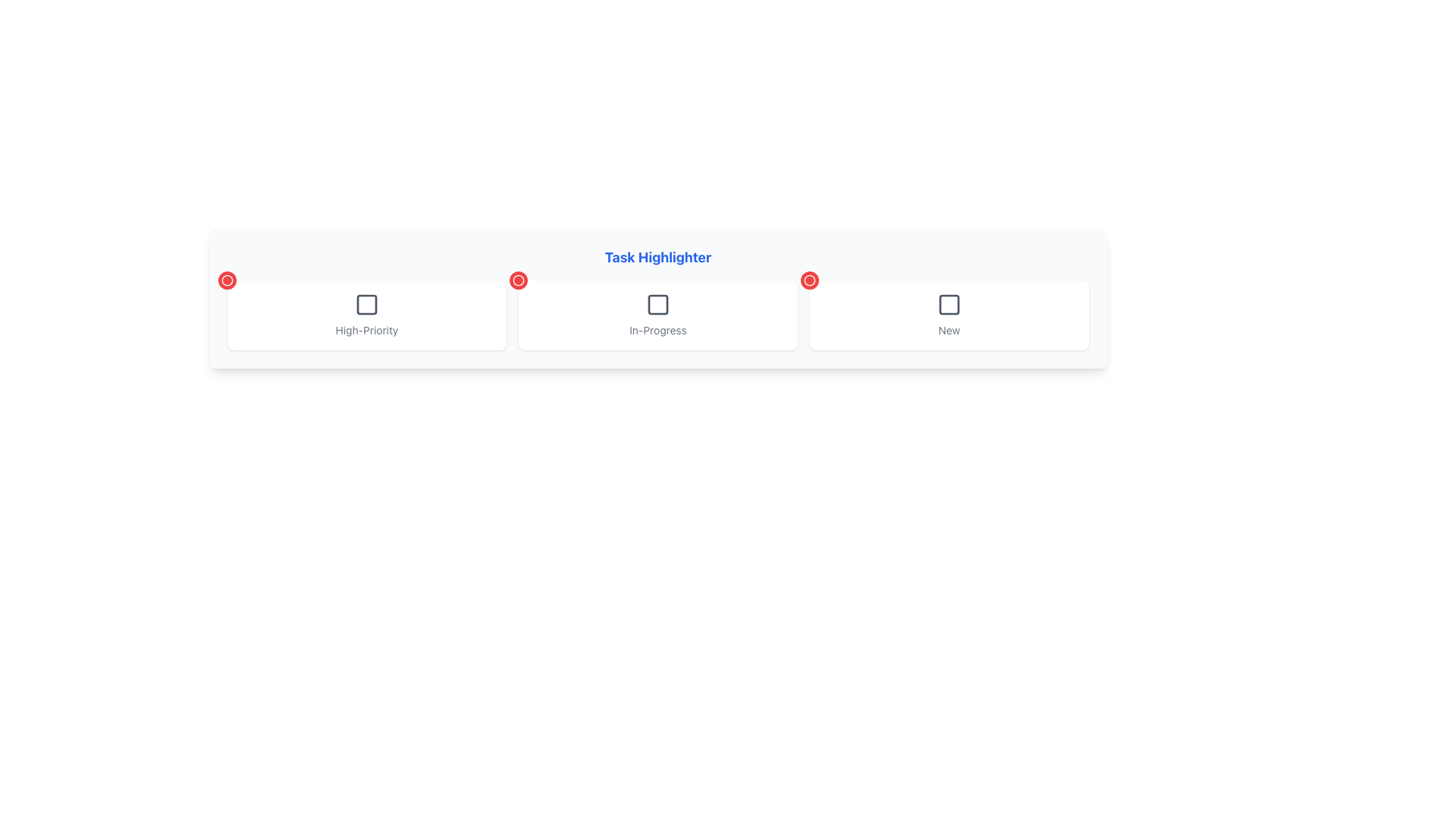 The height and width of the screenshot is (819, 1456). I want to click on the central square icon within the 'In-Progress' section of the interface, so click(658, 304).